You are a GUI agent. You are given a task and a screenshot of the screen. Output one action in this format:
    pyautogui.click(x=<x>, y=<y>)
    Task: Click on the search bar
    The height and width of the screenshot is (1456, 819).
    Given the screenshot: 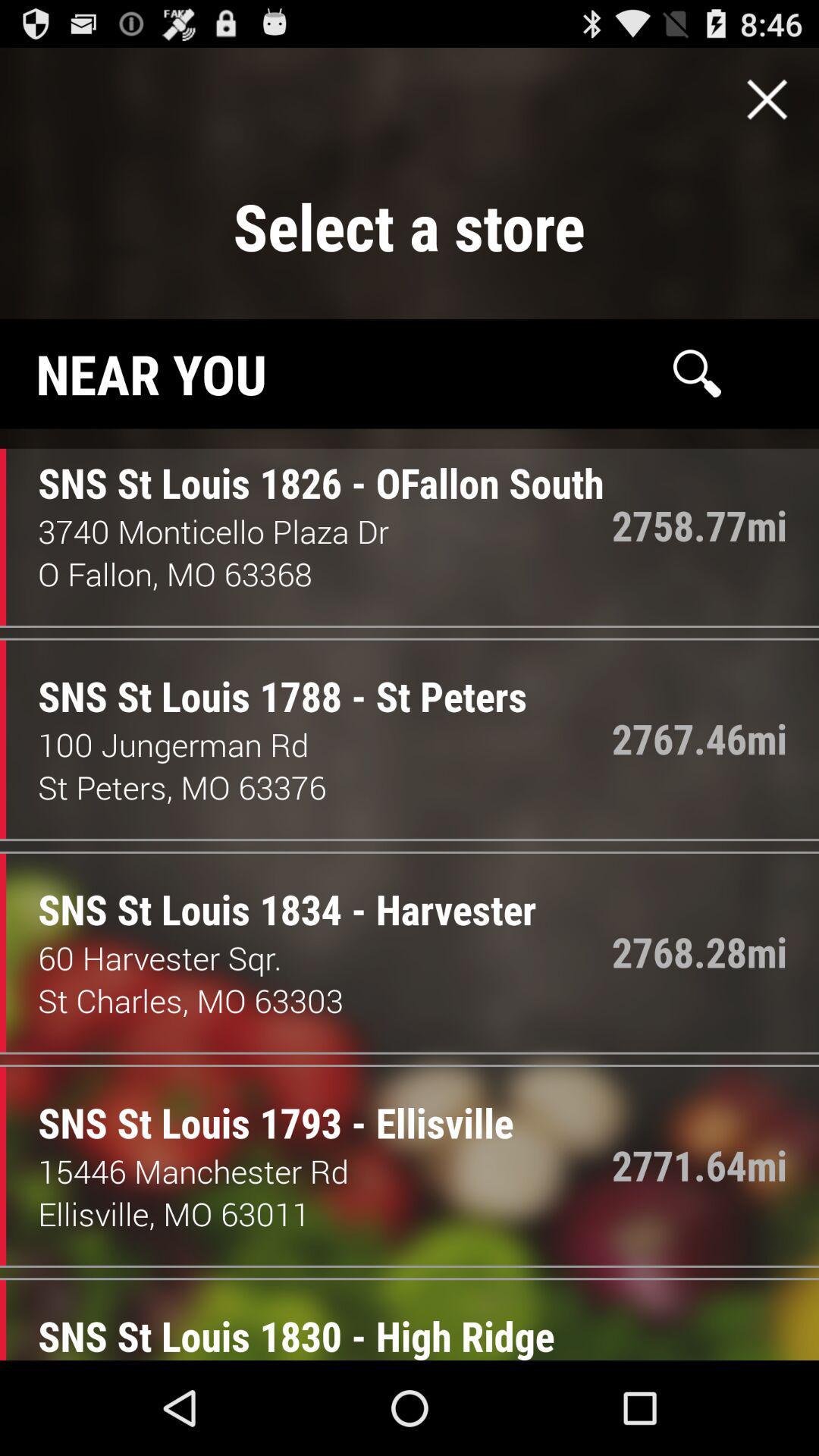 What is the action you would take?
    pyautogui.click(x=697, y=373)
    